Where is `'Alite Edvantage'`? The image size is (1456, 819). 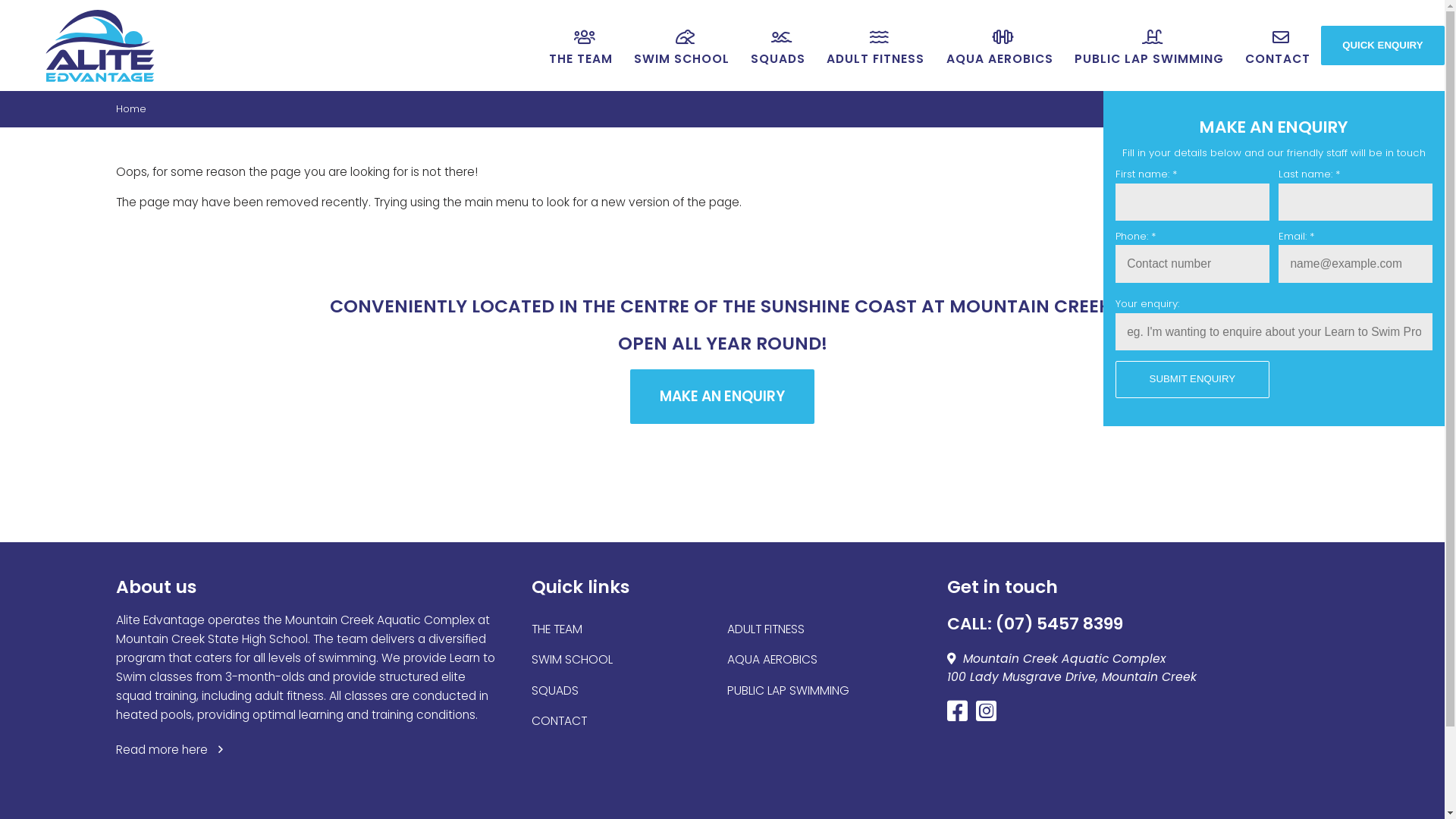 'Alite Edvantage' is located at coordinates (99, 45).